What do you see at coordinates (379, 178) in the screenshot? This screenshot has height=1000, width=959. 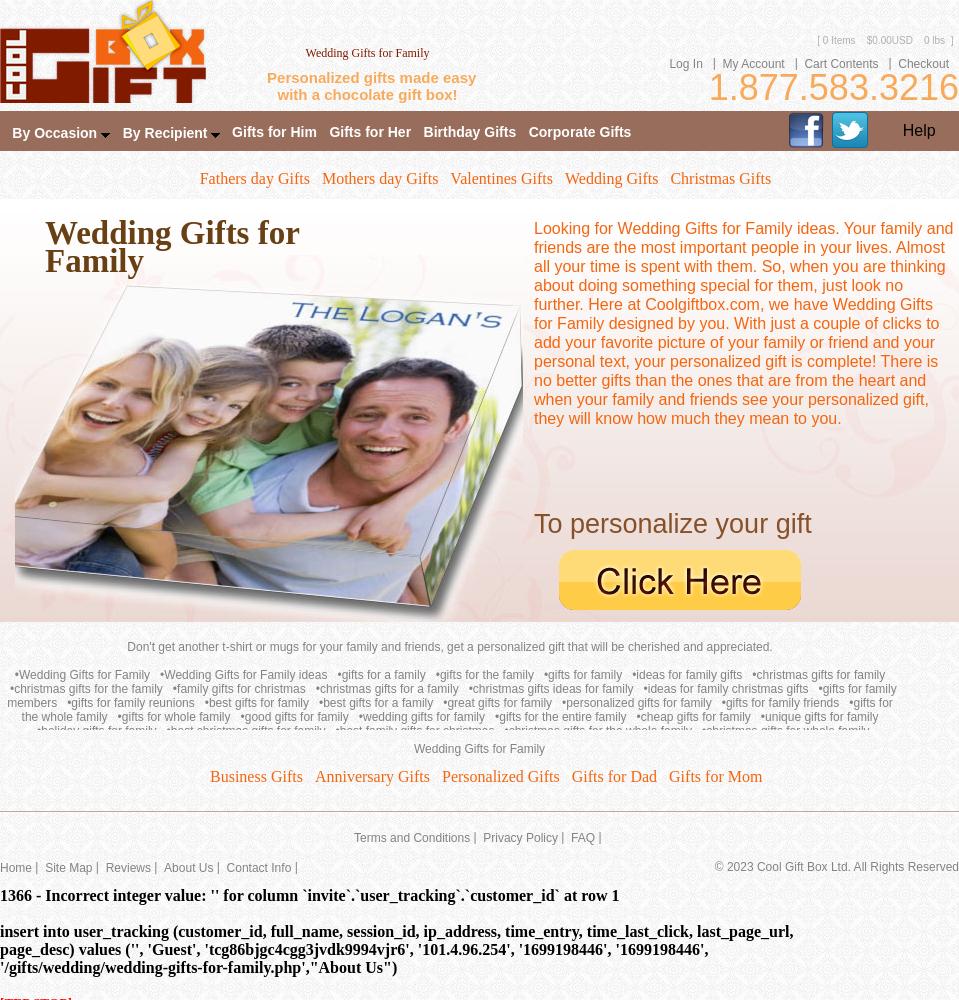 I see `'Mothers day Gifts'` at bounding box center [379, 178].